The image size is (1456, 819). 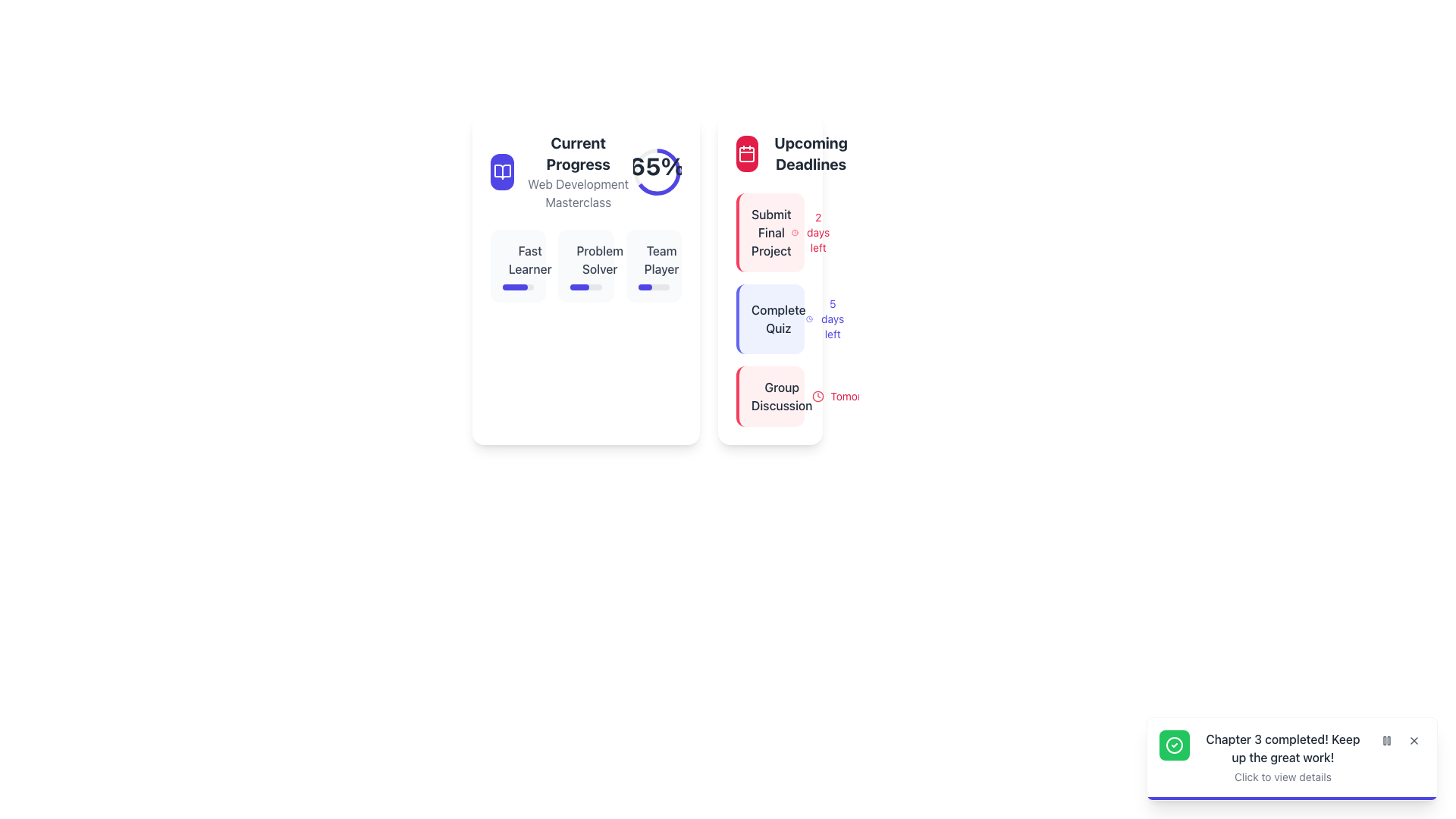 What do you see at coordinates (808, 318) in the screenshot?
I see `the time icon that symbolizes the remaining time for the deadline, located to the left of the text '5 days left' in the Upcoming Deadlines section for the 'Complete Quiz' task` at bounding box center [808, 318].